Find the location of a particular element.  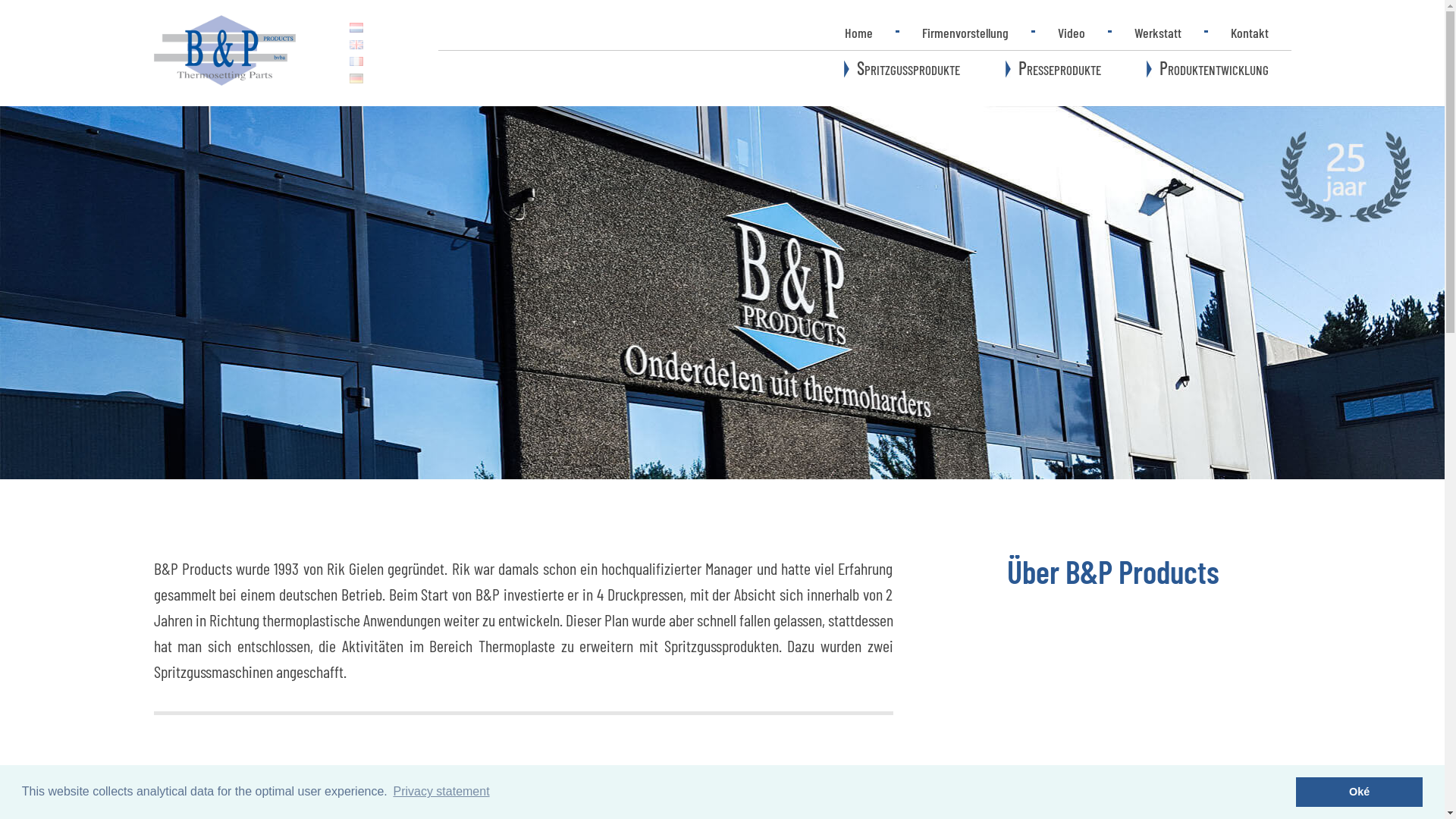

'Home' is located at coordinates (821, 32).